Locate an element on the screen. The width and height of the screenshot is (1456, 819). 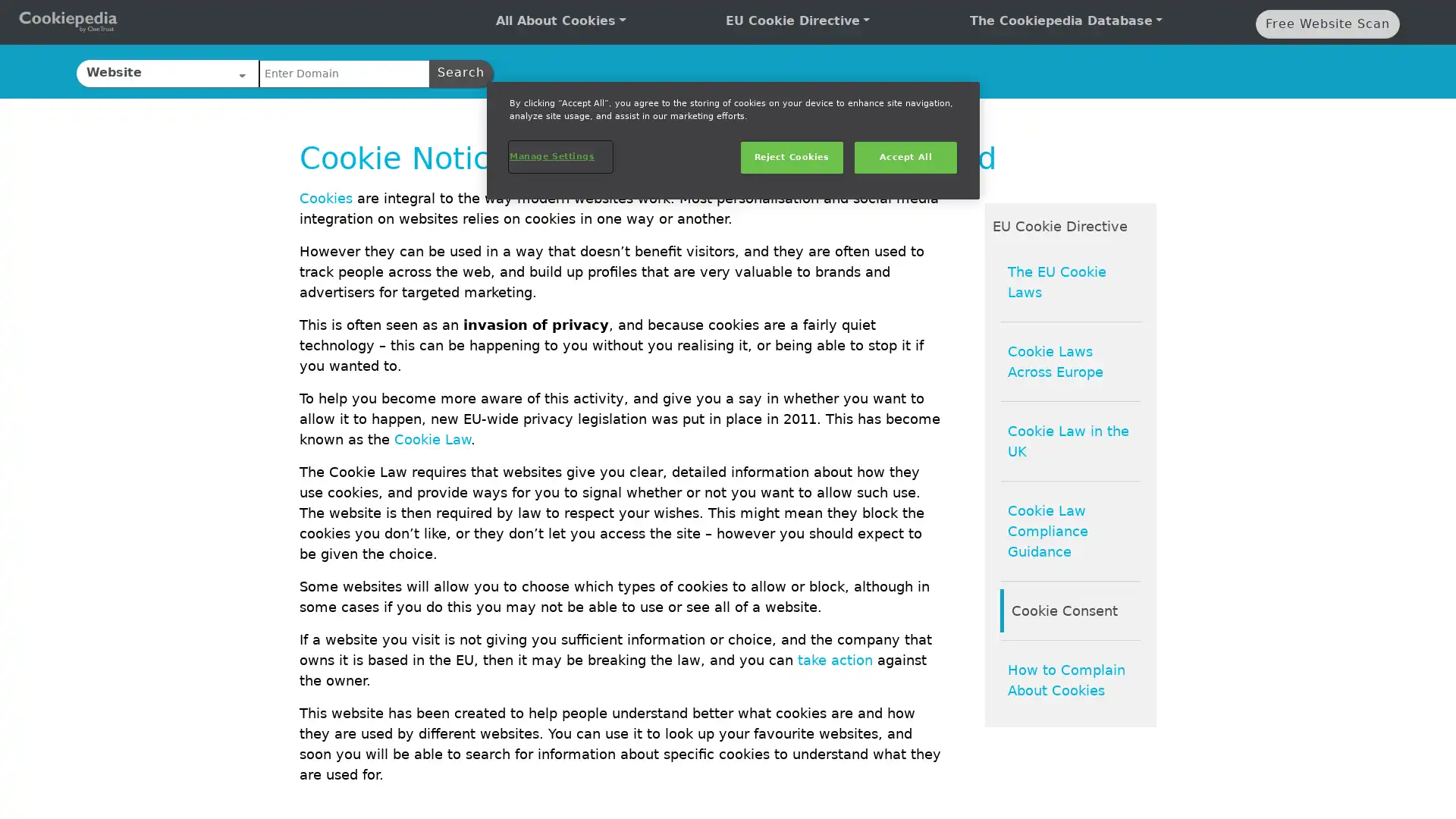
Manage Settings is located at coordinates (560, 157).